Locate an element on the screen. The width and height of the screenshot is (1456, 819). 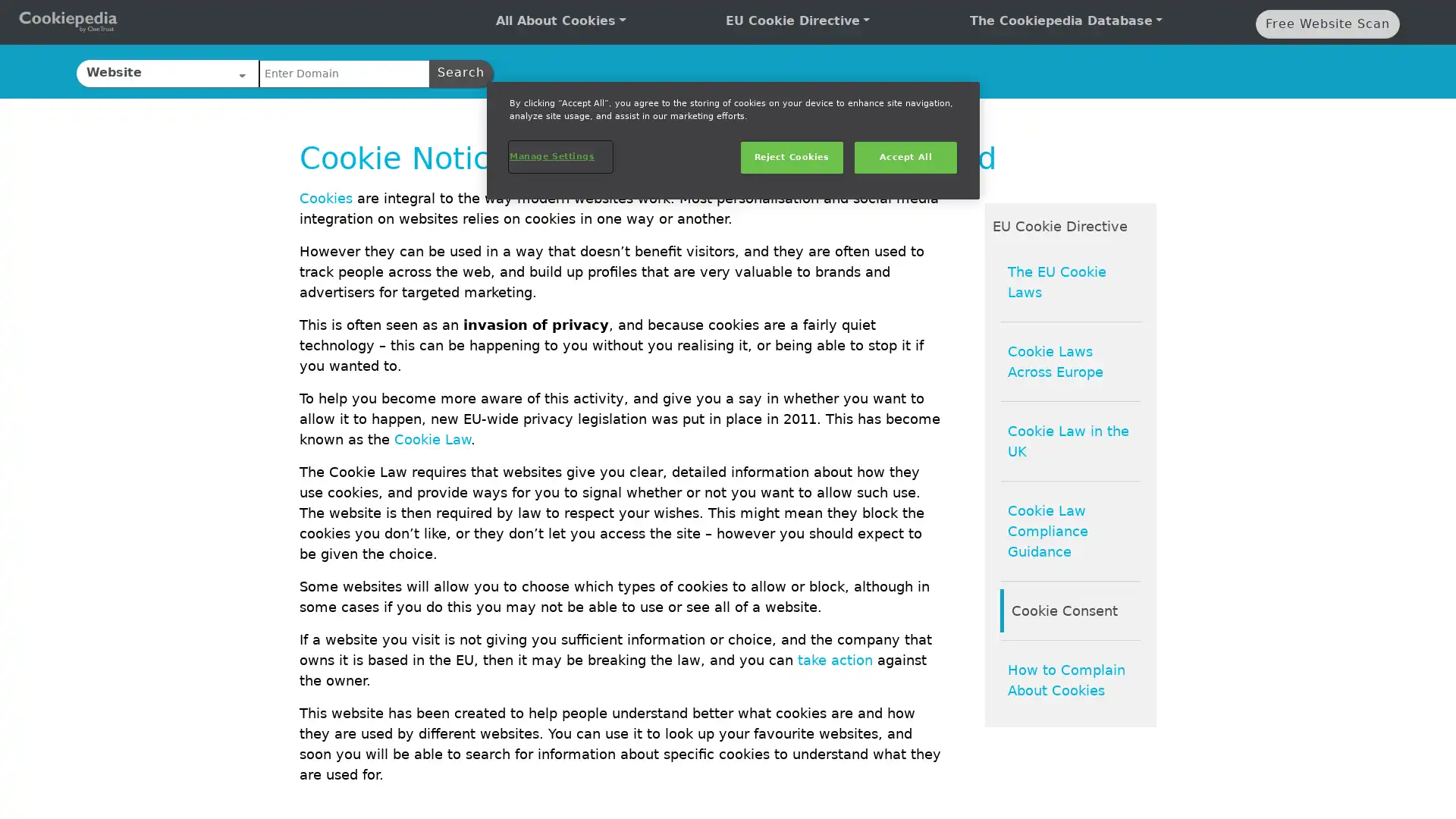
Manage Settings is located at coordinates (560, 157).